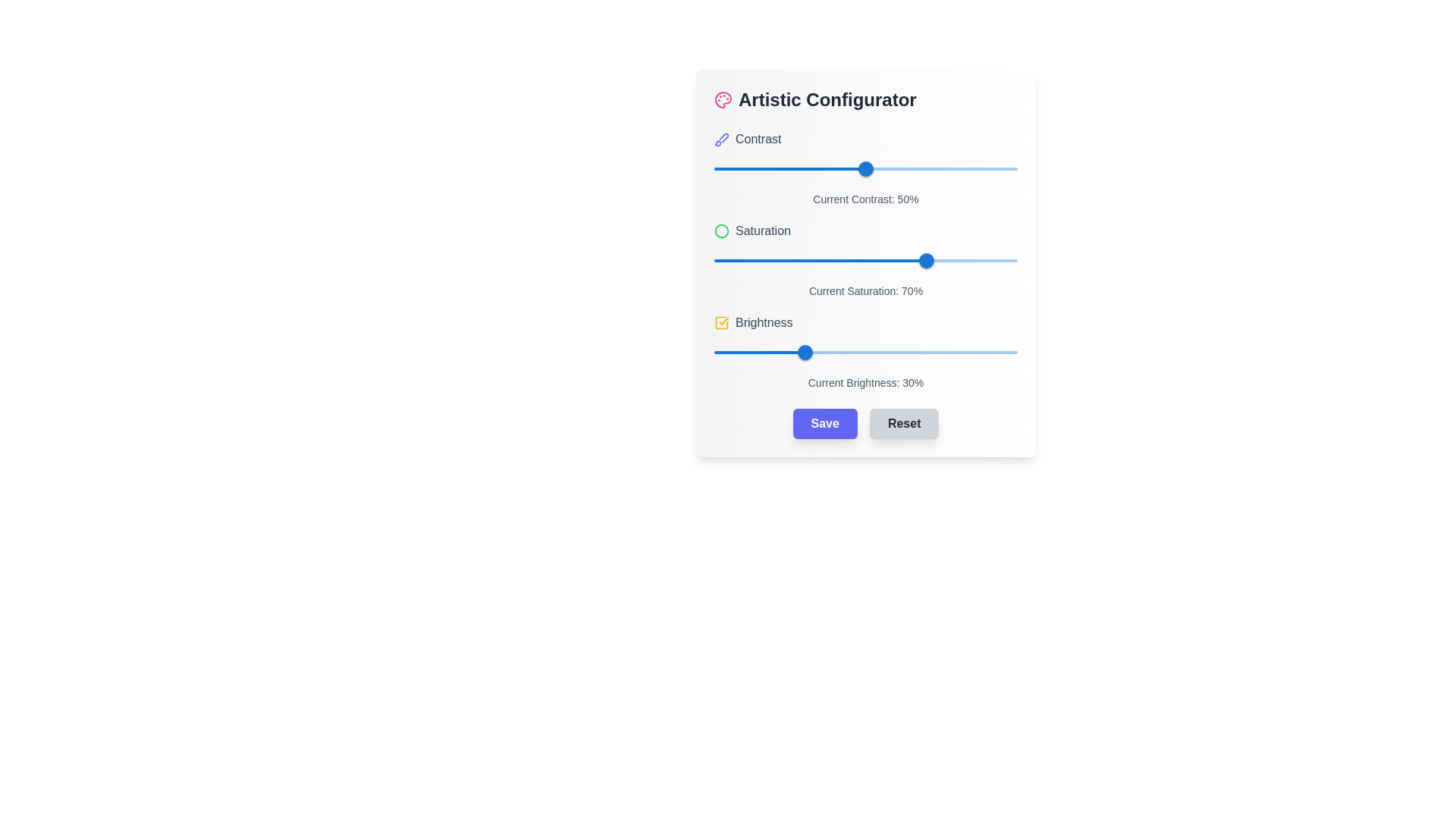 This screenshot has width=1456, height=819. I want to click on the label indicating the contrast settings adjustment, which is located to the right of an indigo-colored brush icon and above the 'Current Contrast: 50%' slider in the 'Artistic Configurator' control box, so click(758, 140).